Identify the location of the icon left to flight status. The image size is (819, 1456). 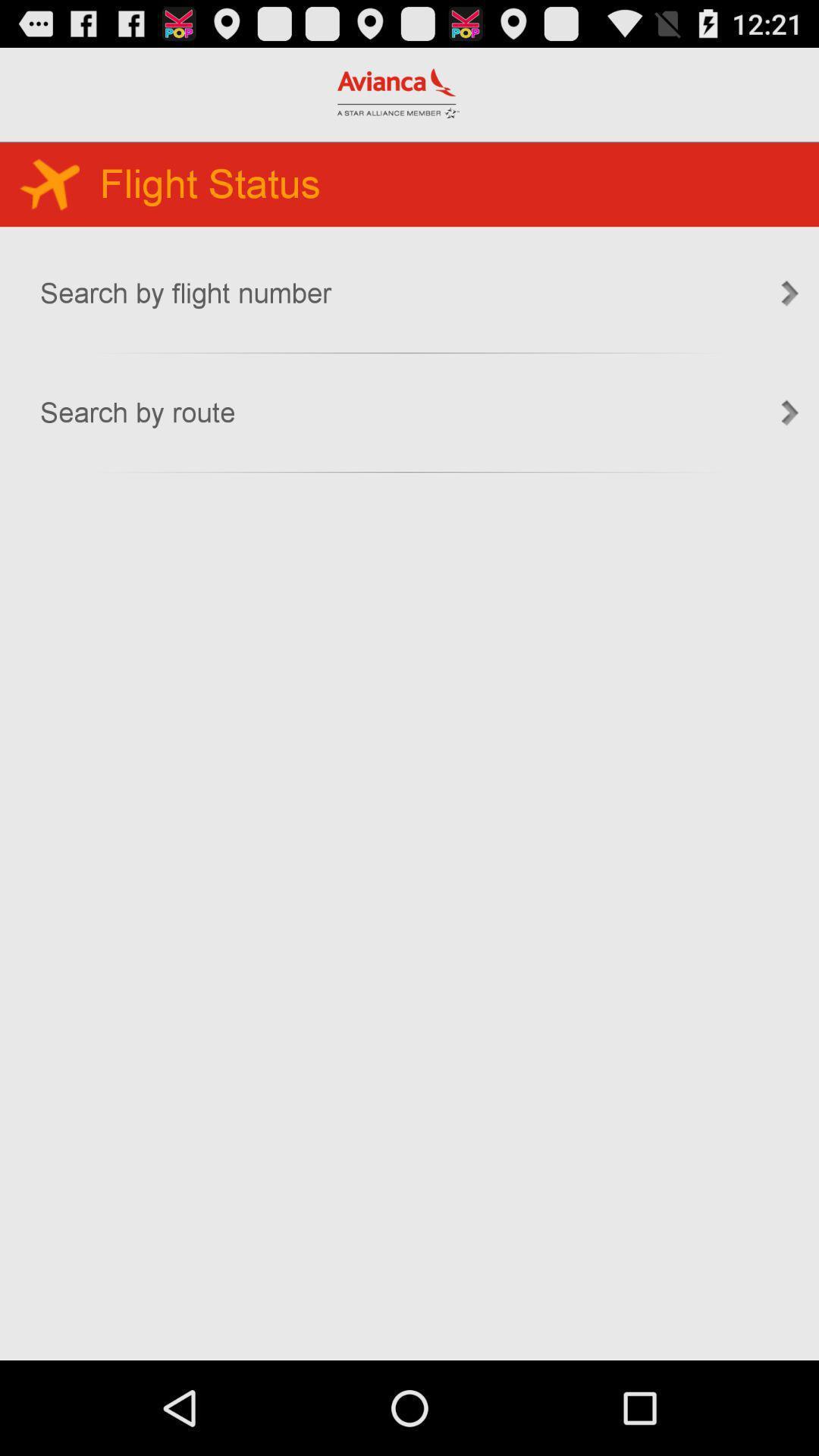
(49, 182).